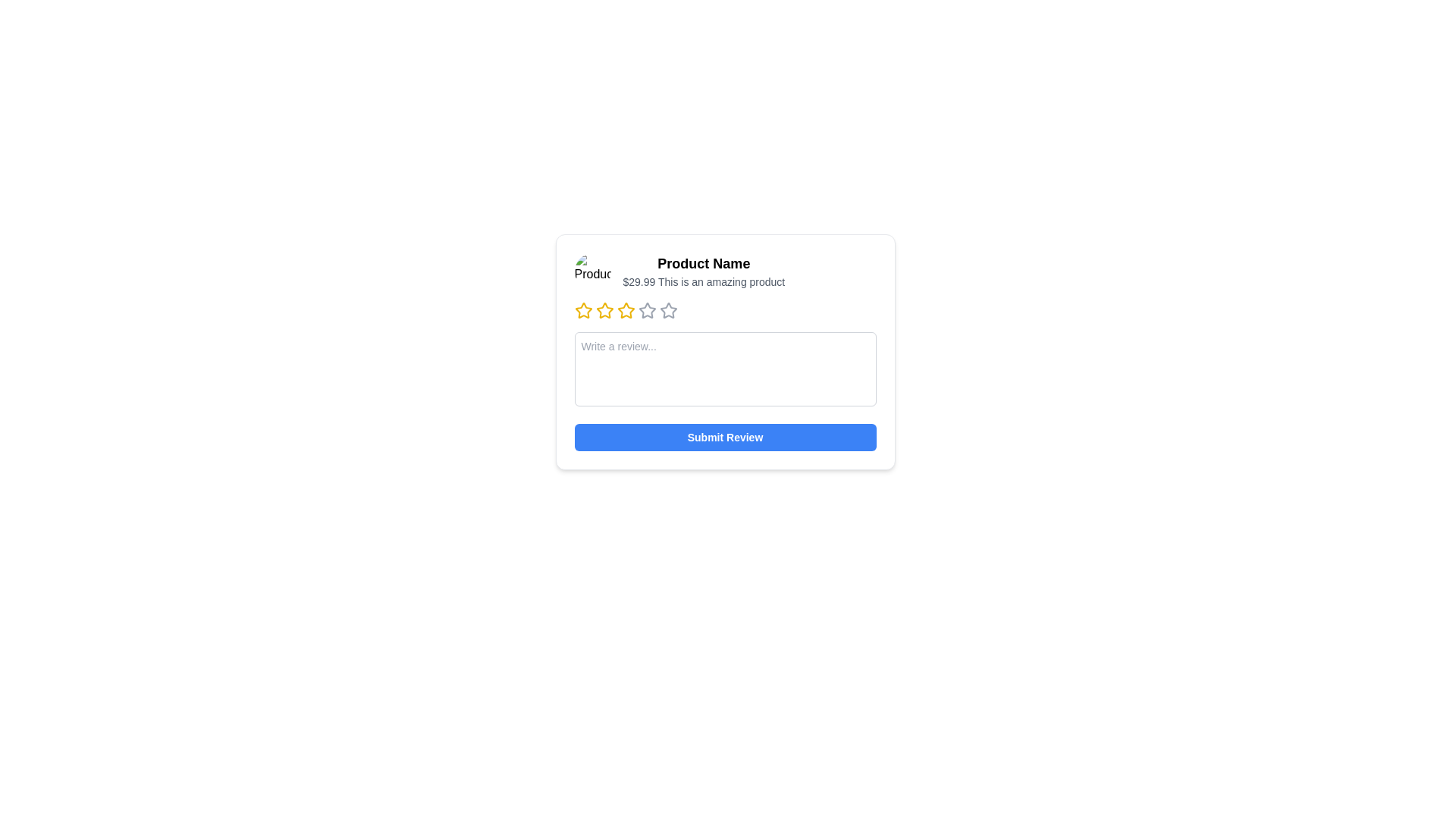  Describe the element at coordinates (724, 438) in the screenshot. I see `the submit button located at the bottom of the review panel` at that location.